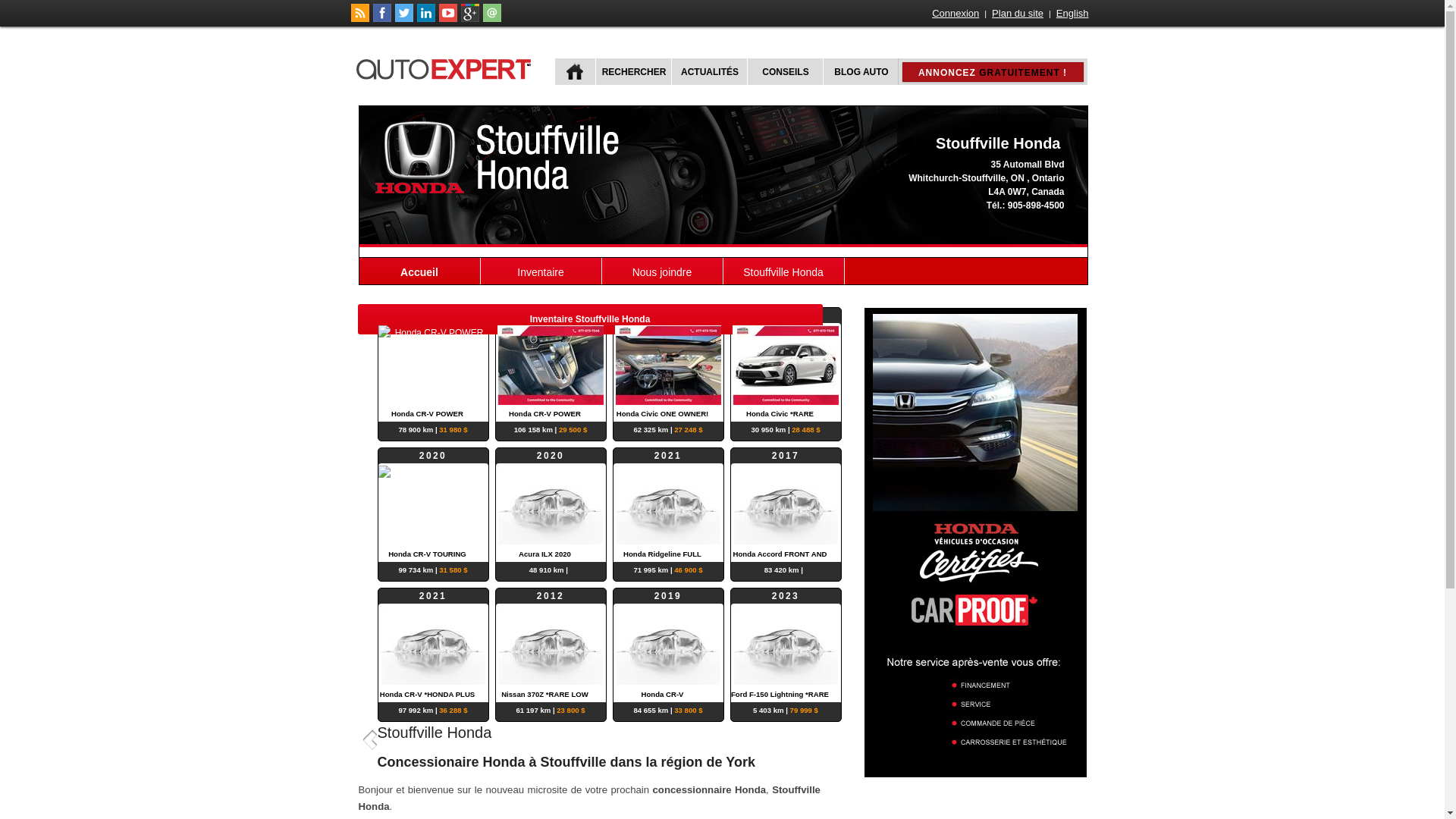 The width and height of the screenshot is (1456, 819). Describe the element at coordinates (930, 13) in the screenshot. I see `'Connexion'` at that location.